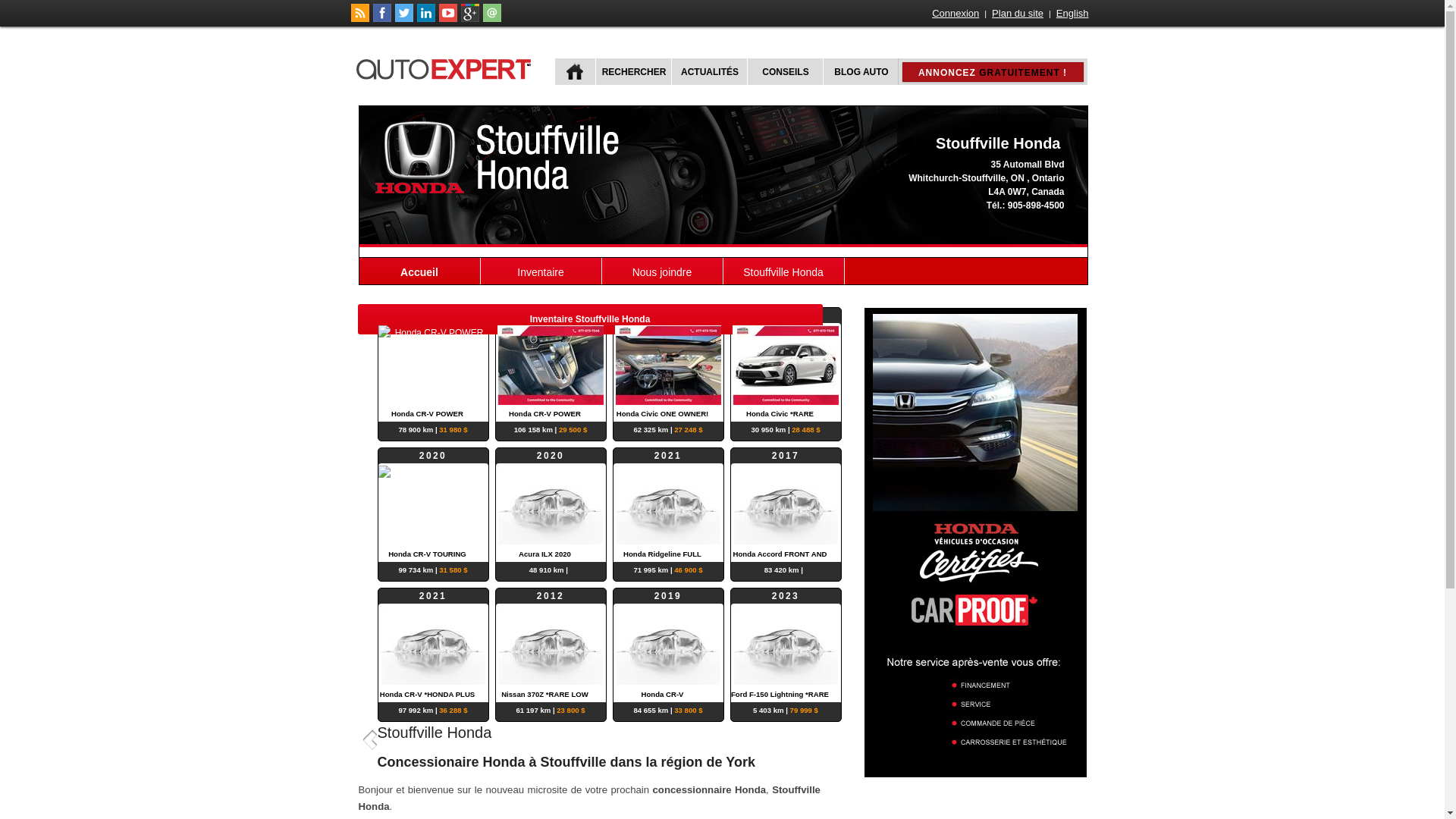 The width and height of the screenshot is (1456, 819). Describe the element at coordinates (930, 13) in the screenshot. I see `'Connexion'` at that location.